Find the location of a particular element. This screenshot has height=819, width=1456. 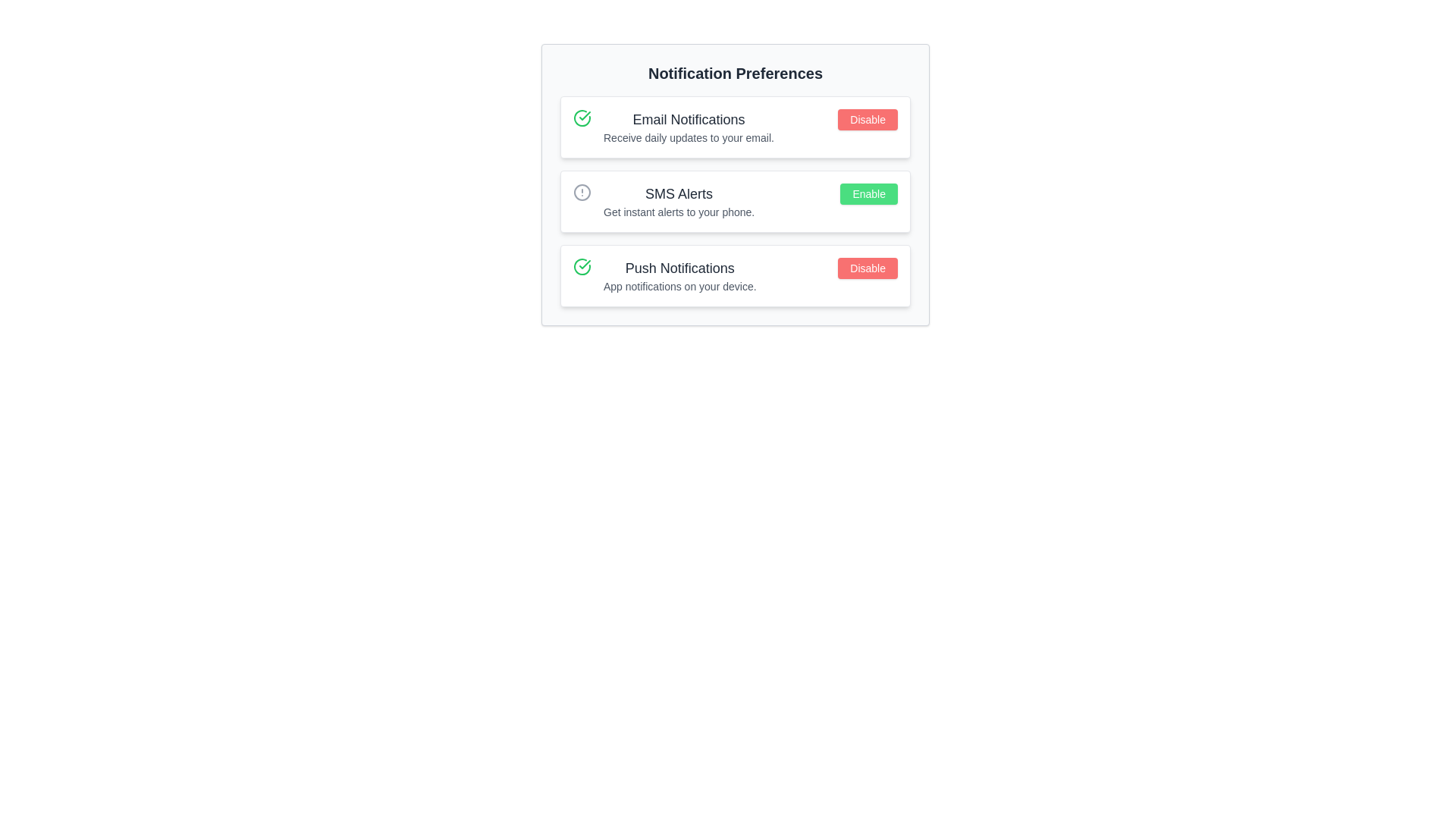

the inner circle of the rounded icon indicating attention for SMS Alerts, located to the left of the 'SMS Alerts' text in the second row of the notification options table is located at coordinates (582, 192).